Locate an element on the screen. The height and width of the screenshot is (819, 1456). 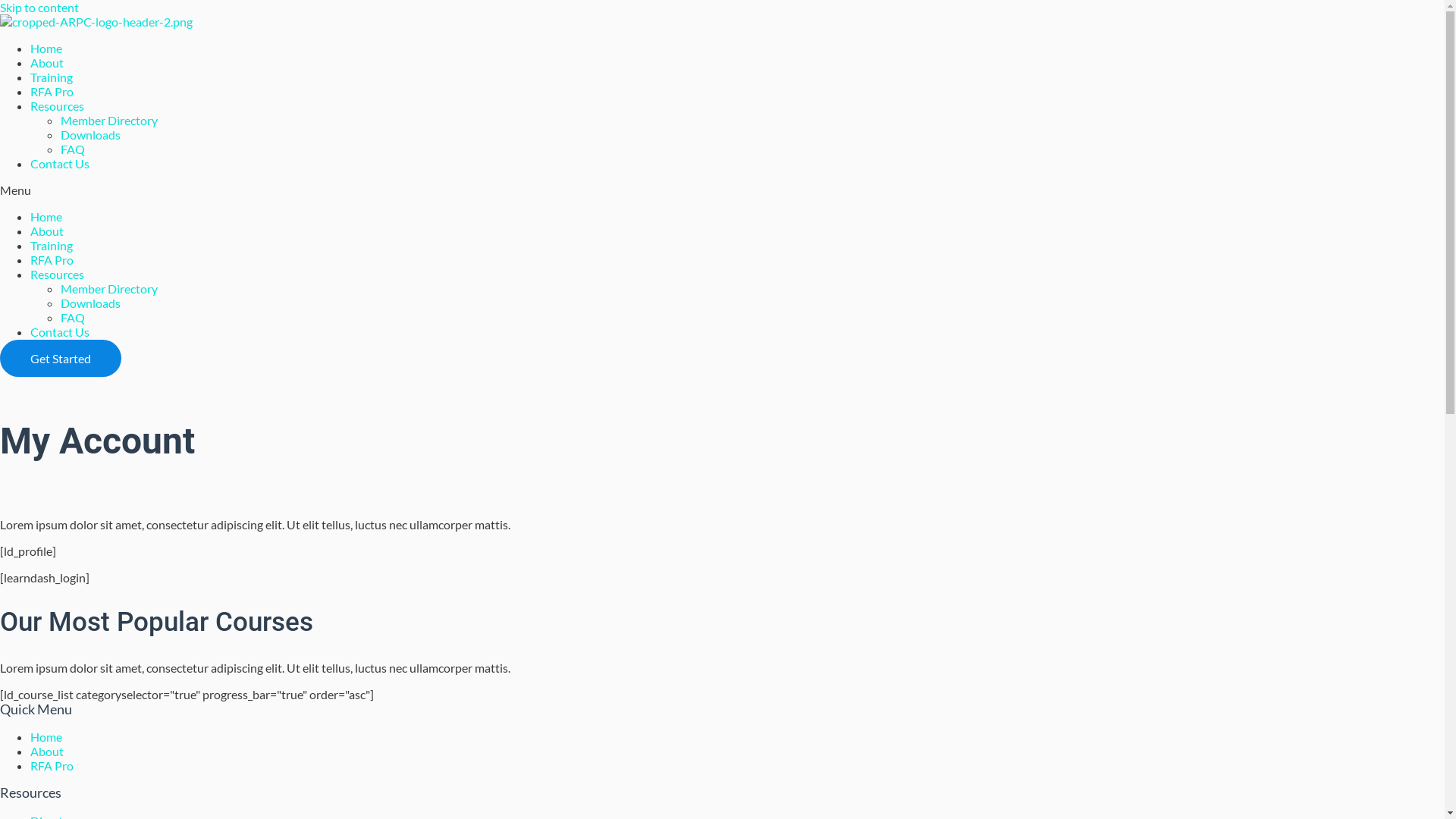
'RFA Pro' is located at coordinates (52, 259).